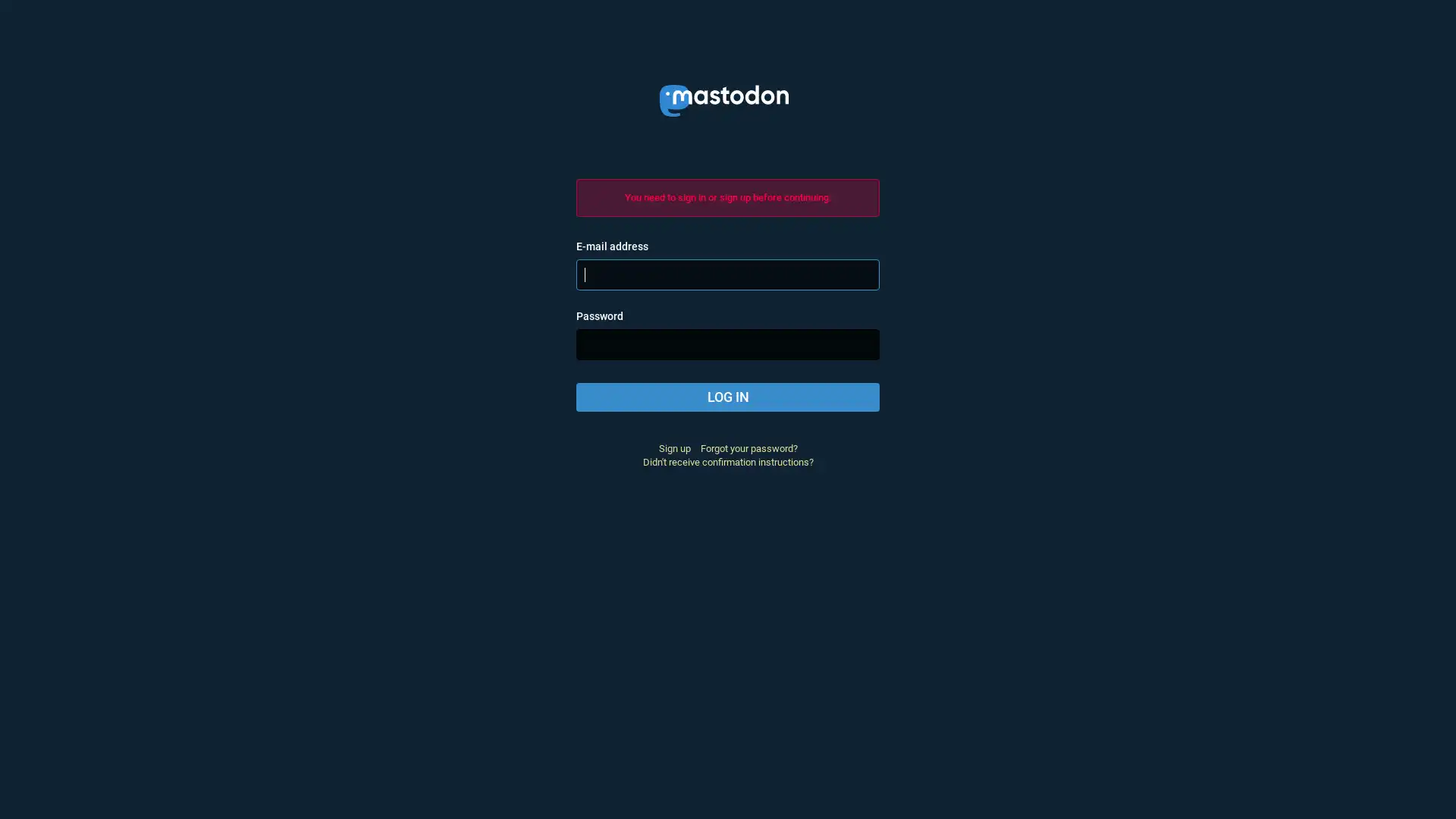  I want to click on LOG IN, so click(728, 397).